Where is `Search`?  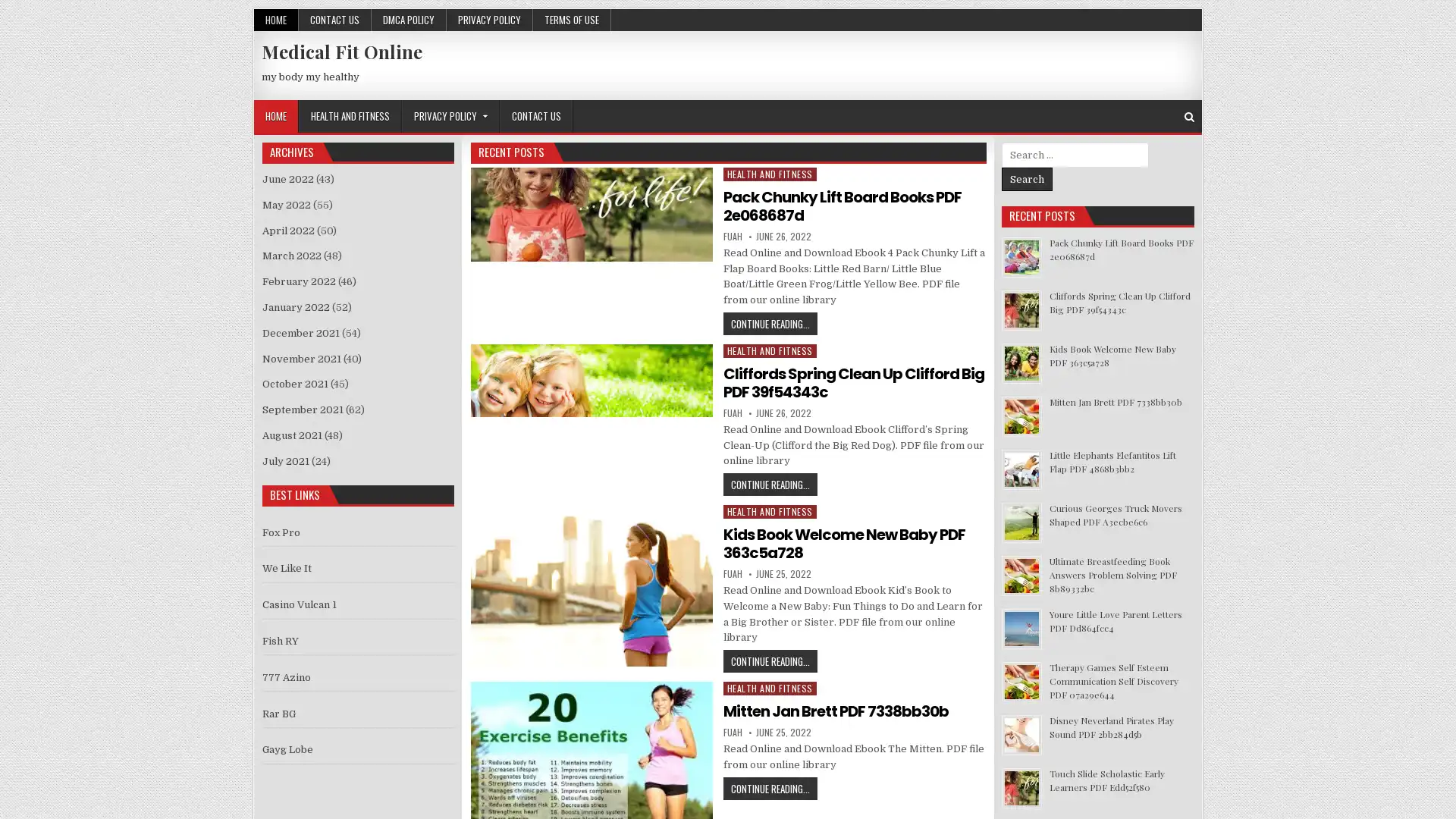
Search is located at coordinates (1027, 178).